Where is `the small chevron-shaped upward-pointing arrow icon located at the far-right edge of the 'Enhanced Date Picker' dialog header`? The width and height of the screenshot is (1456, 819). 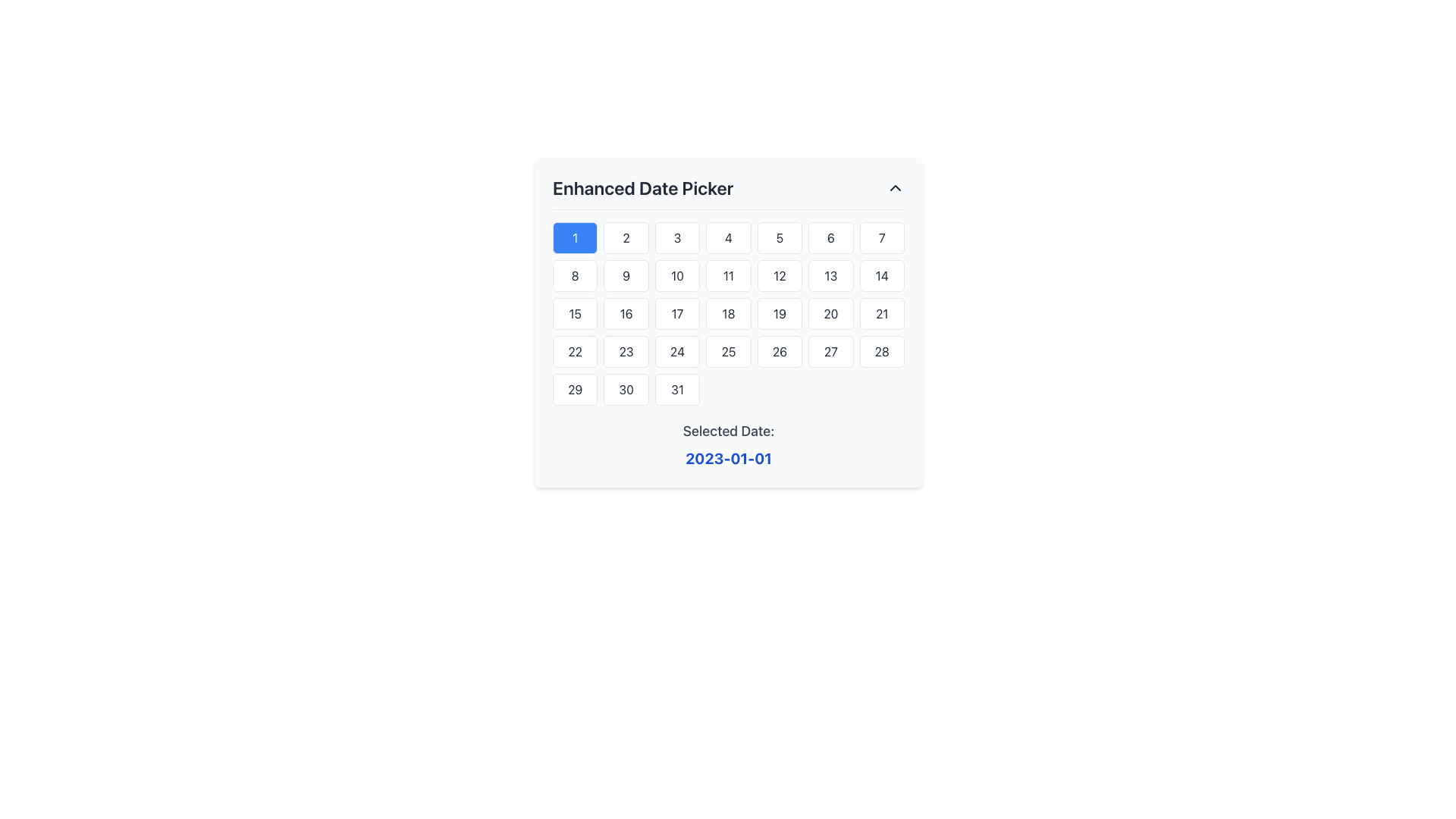
the small chevron-shaped upward-pointing arrow icon located at the far-right edge of the 'Enhanced Date Picker' dialog header is located at coordinates (895, 187).